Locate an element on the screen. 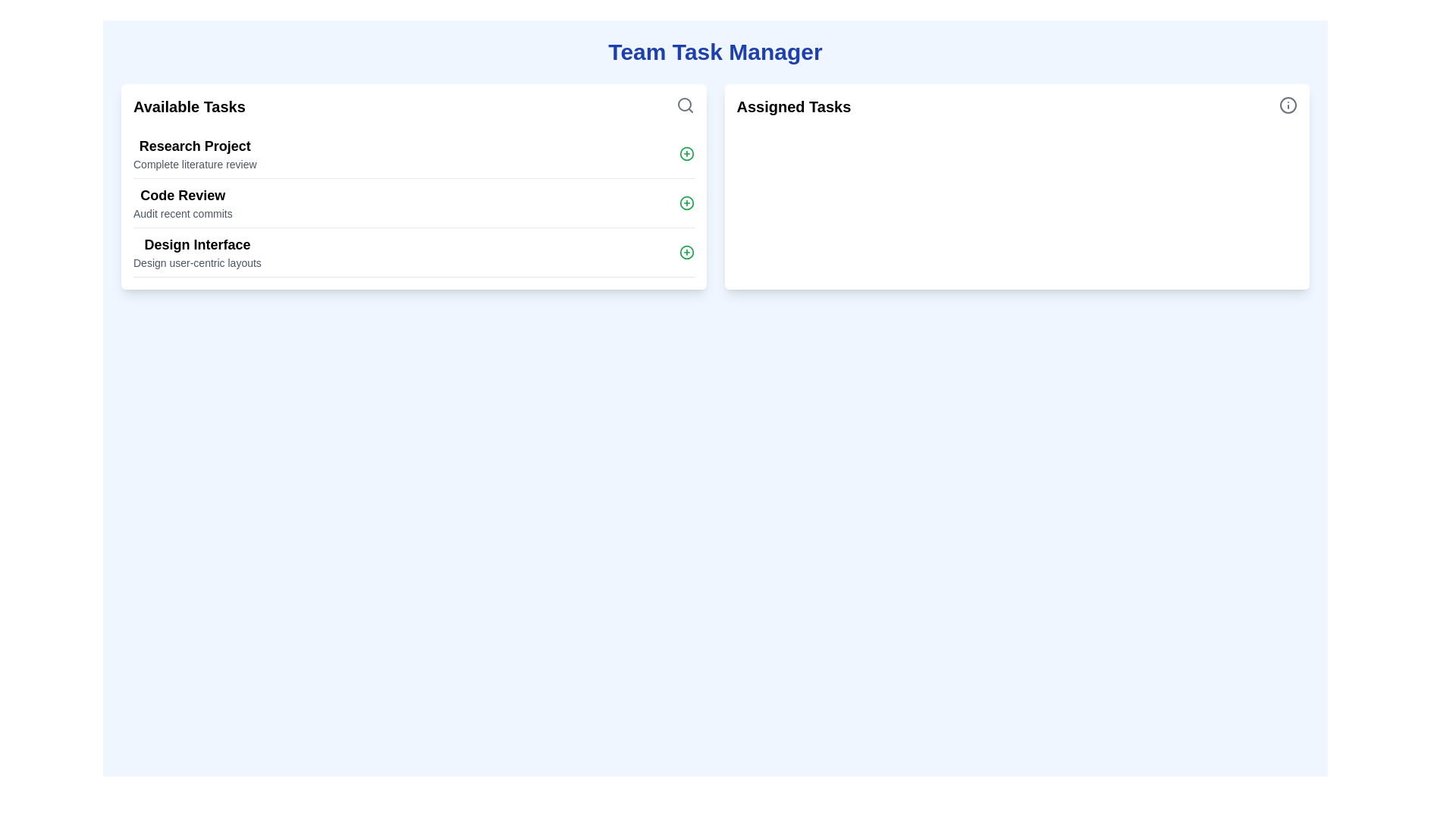 The height and width of the screenshot is (819, 1456). the circular icon with an inner symbol located in the top-right section of the 'Available Tasks' card, which indicates the presence of an operation such as creating a new task is located at coordinates (686, 154).